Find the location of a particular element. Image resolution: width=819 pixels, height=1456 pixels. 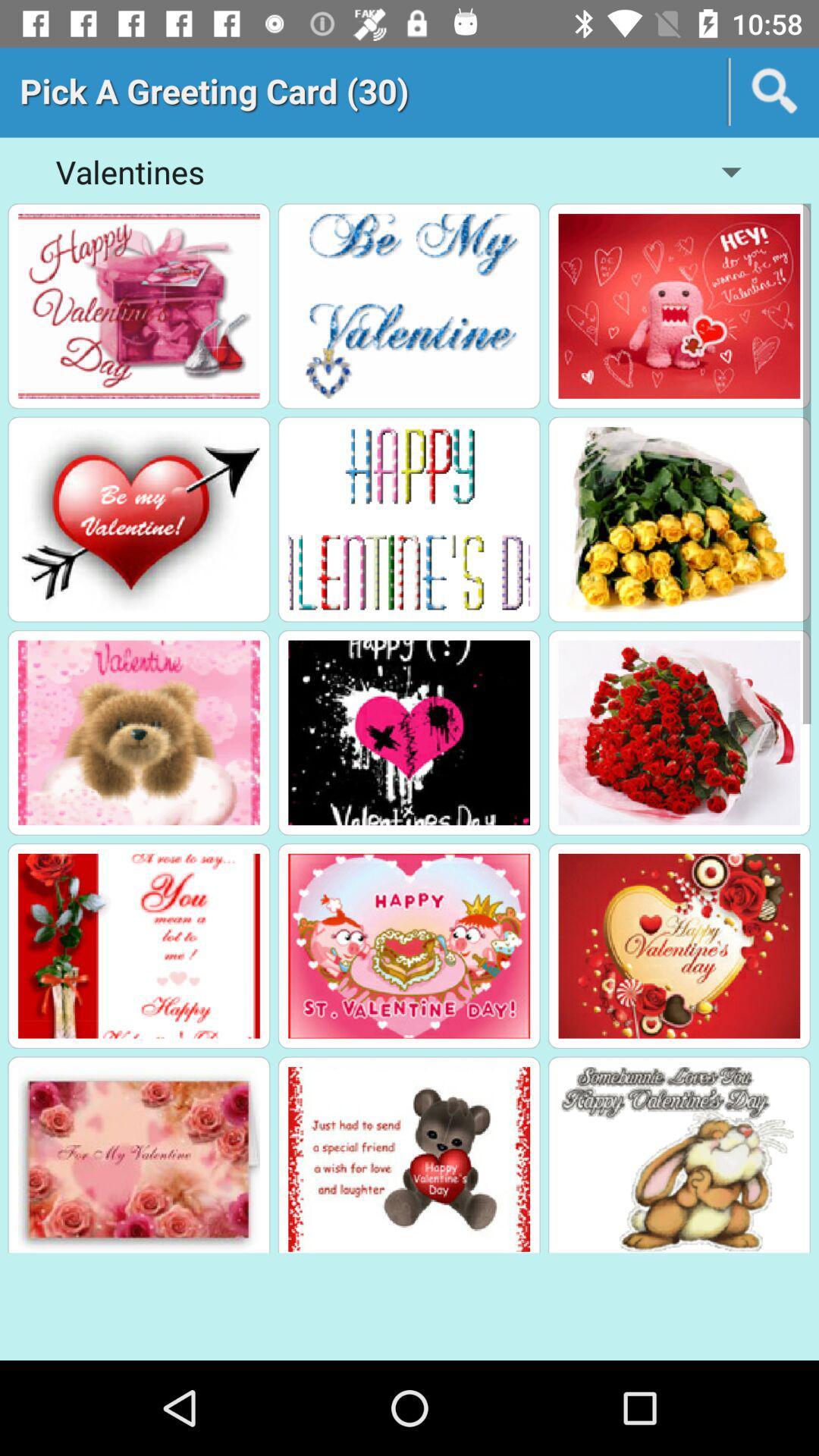

the 5th image from the top is located at coordinates (408, 519).